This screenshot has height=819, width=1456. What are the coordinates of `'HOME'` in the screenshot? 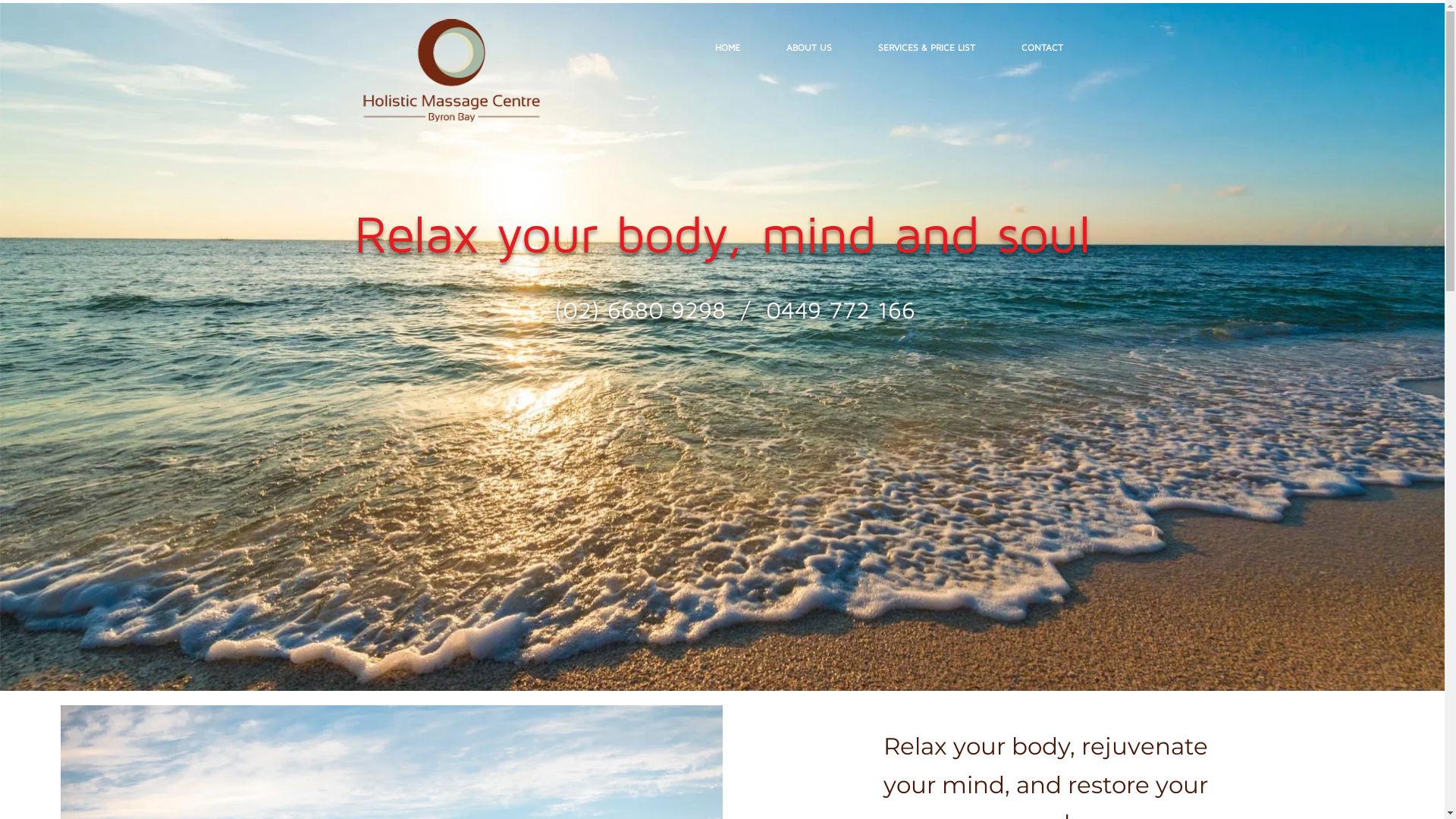 It's located at (726, 46).